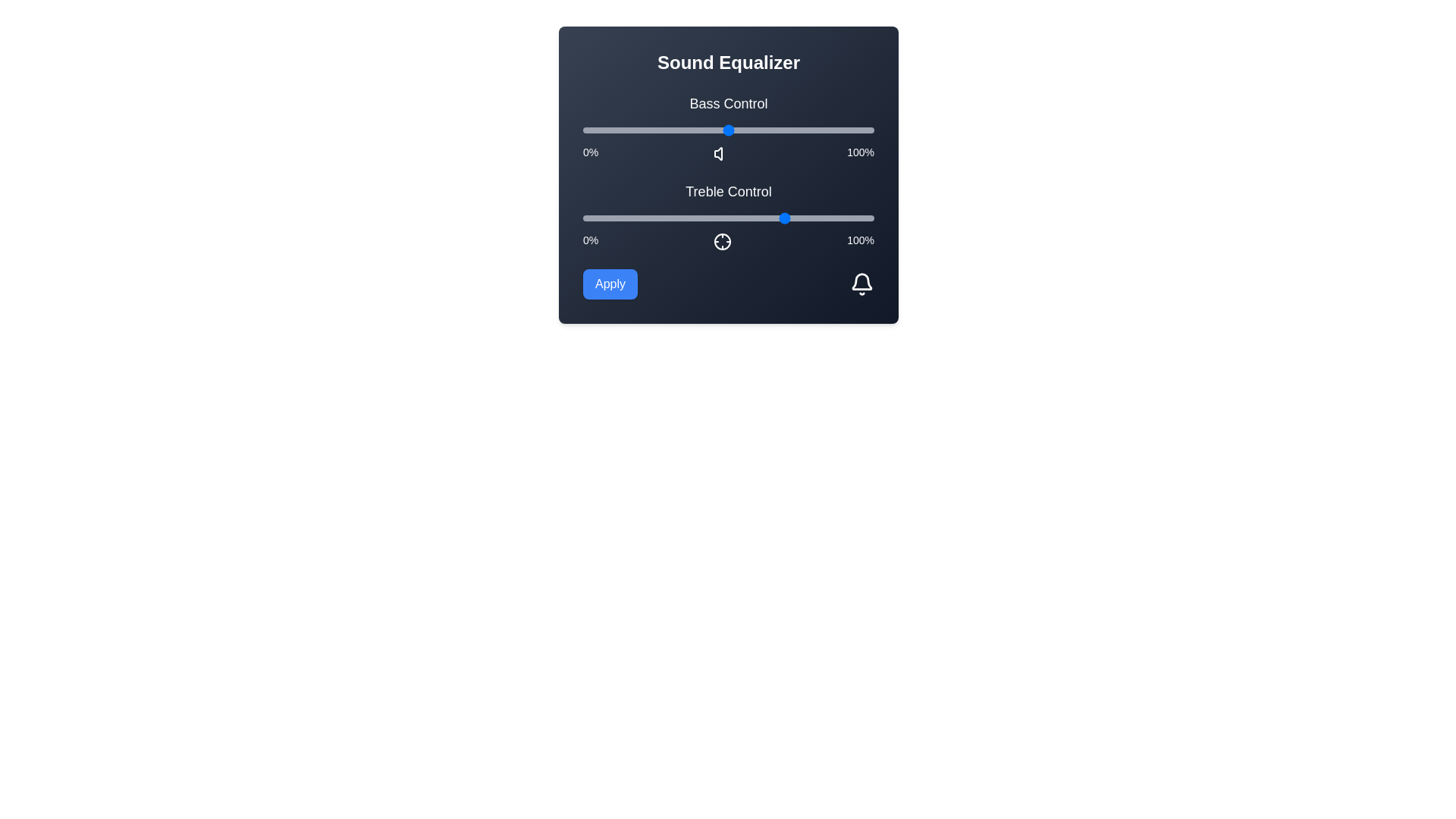  Describe the element at coordinates (781, 218) in the screenshot. I see `the treble slider to 68%` at that location.